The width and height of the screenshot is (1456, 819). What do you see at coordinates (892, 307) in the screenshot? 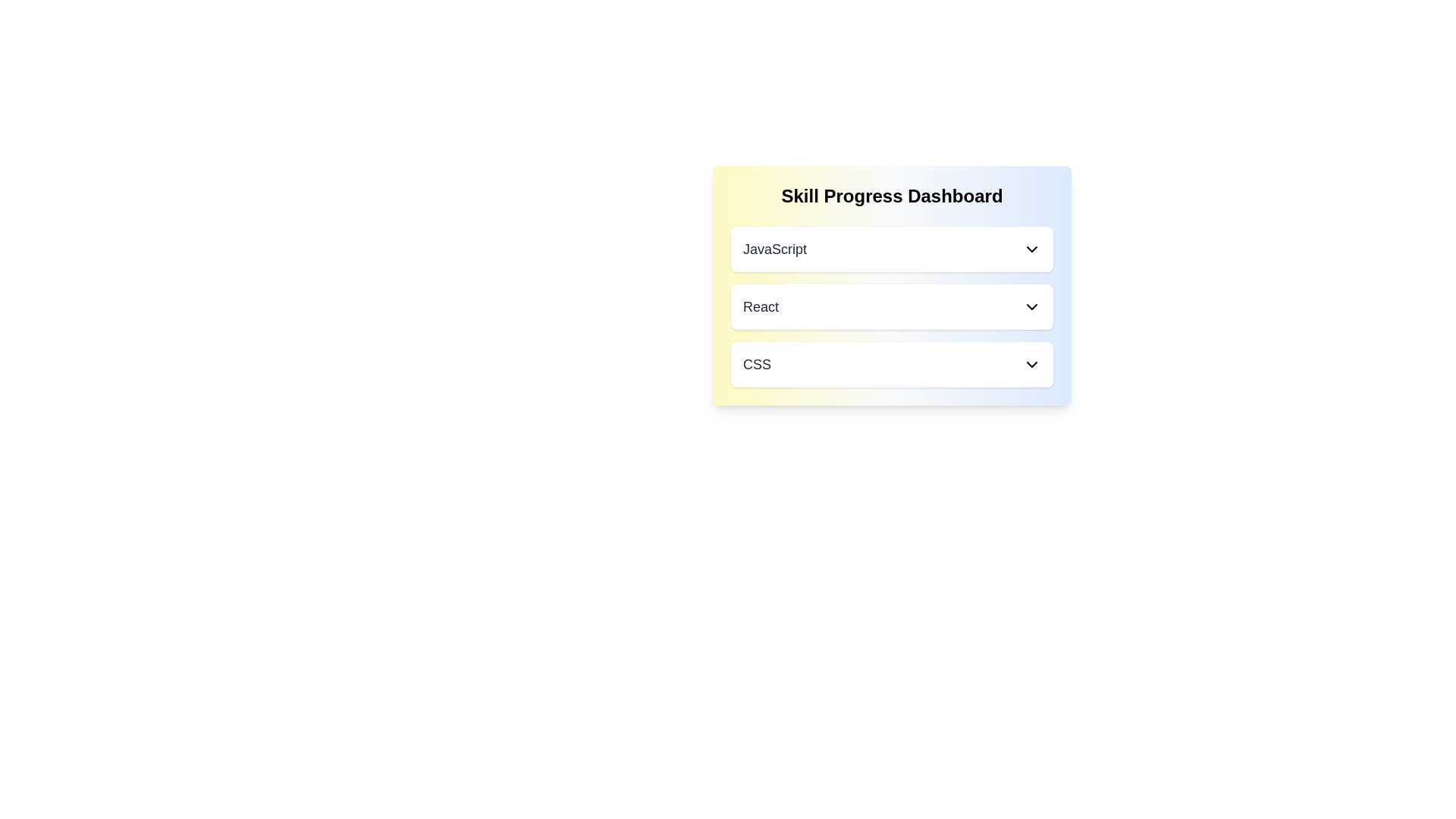
I see `the selectable skill card labeled 'React' in the Skill Progress Dashboard` at bounding box center [892, 307].